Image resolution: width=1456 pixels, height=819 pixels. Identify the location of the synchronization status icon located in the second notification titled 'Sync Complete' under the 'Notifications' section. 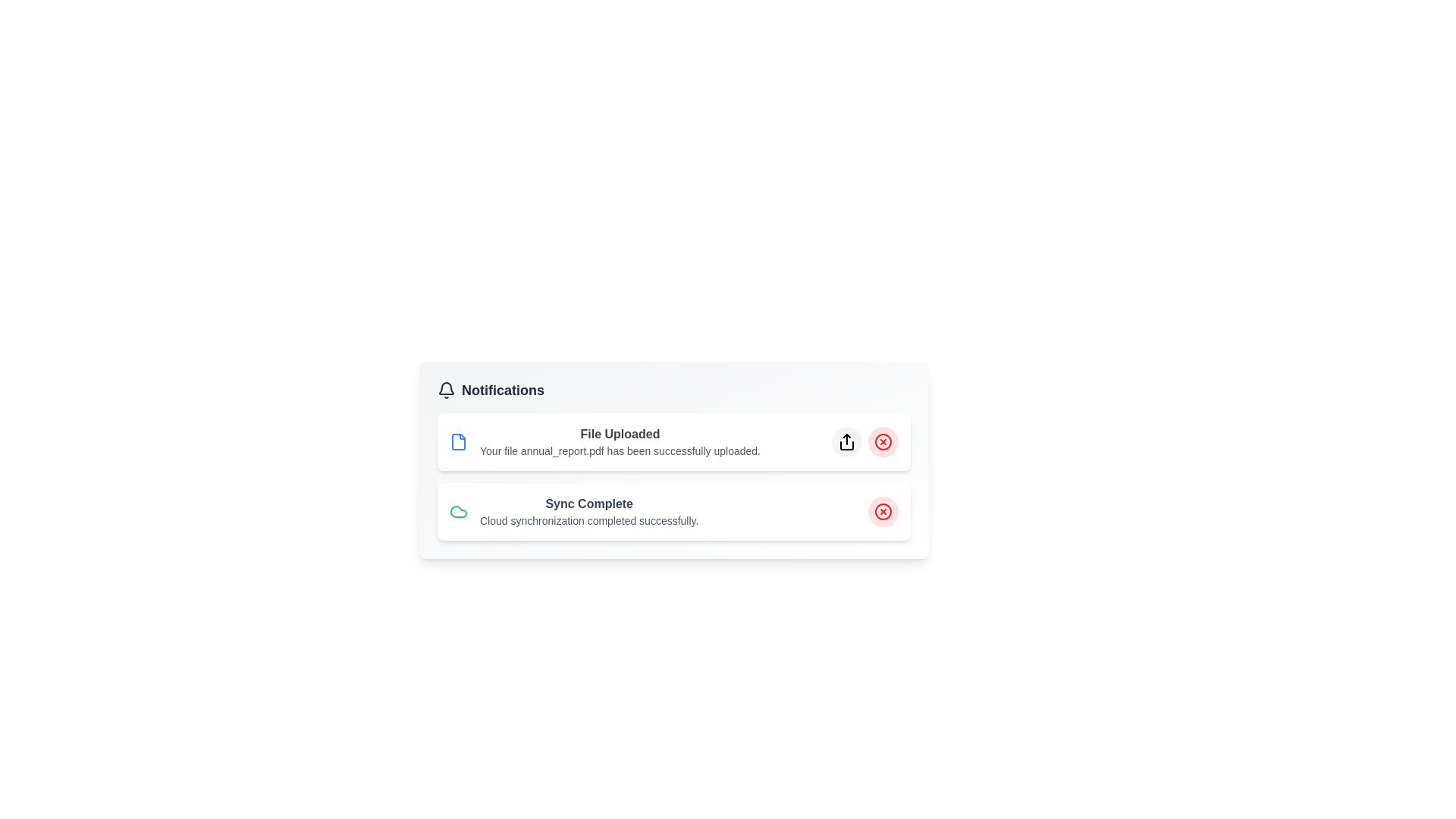
(457, 512).